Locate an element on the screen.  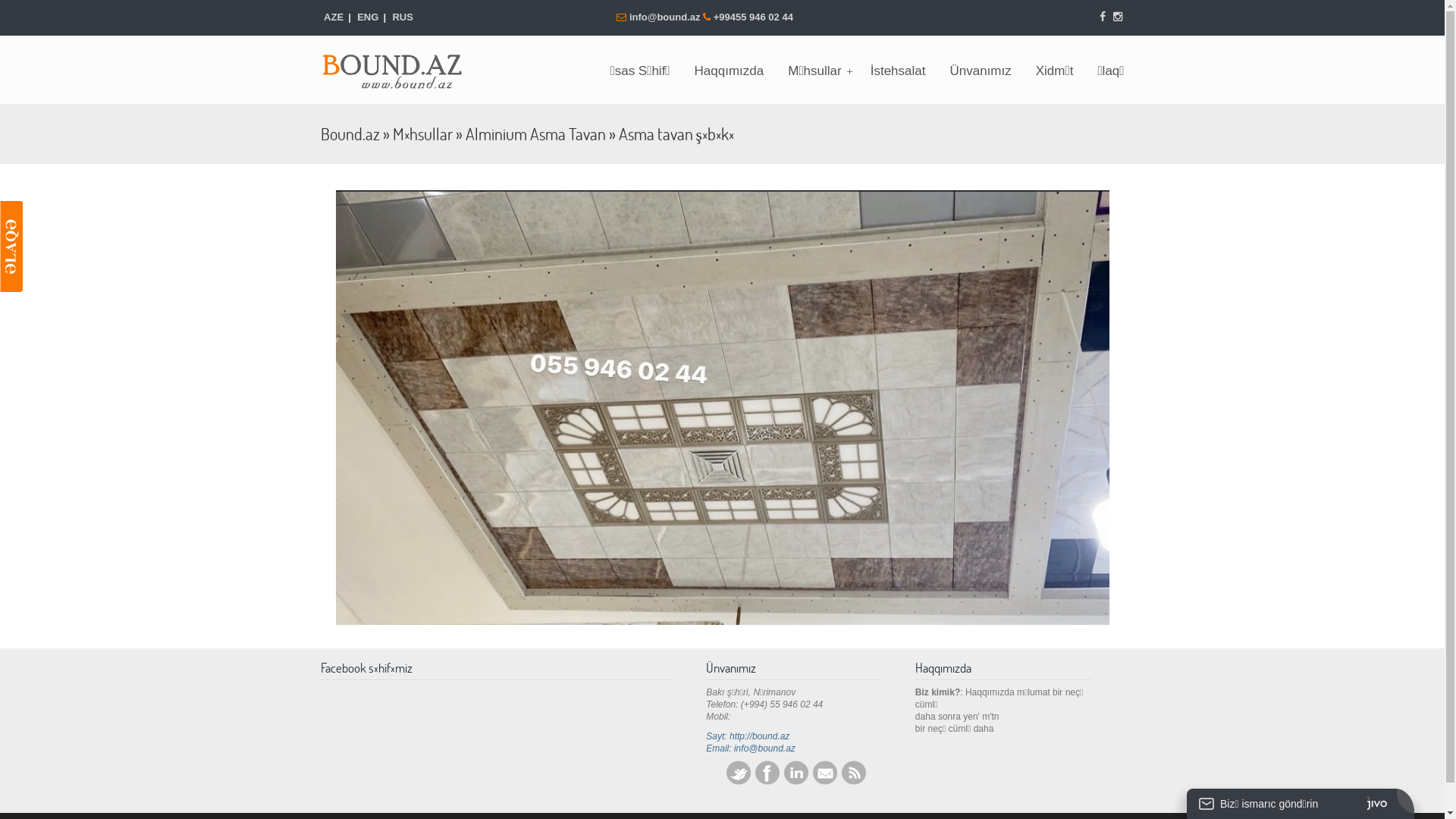
'E-mail' is located at coordinates (824, 781).